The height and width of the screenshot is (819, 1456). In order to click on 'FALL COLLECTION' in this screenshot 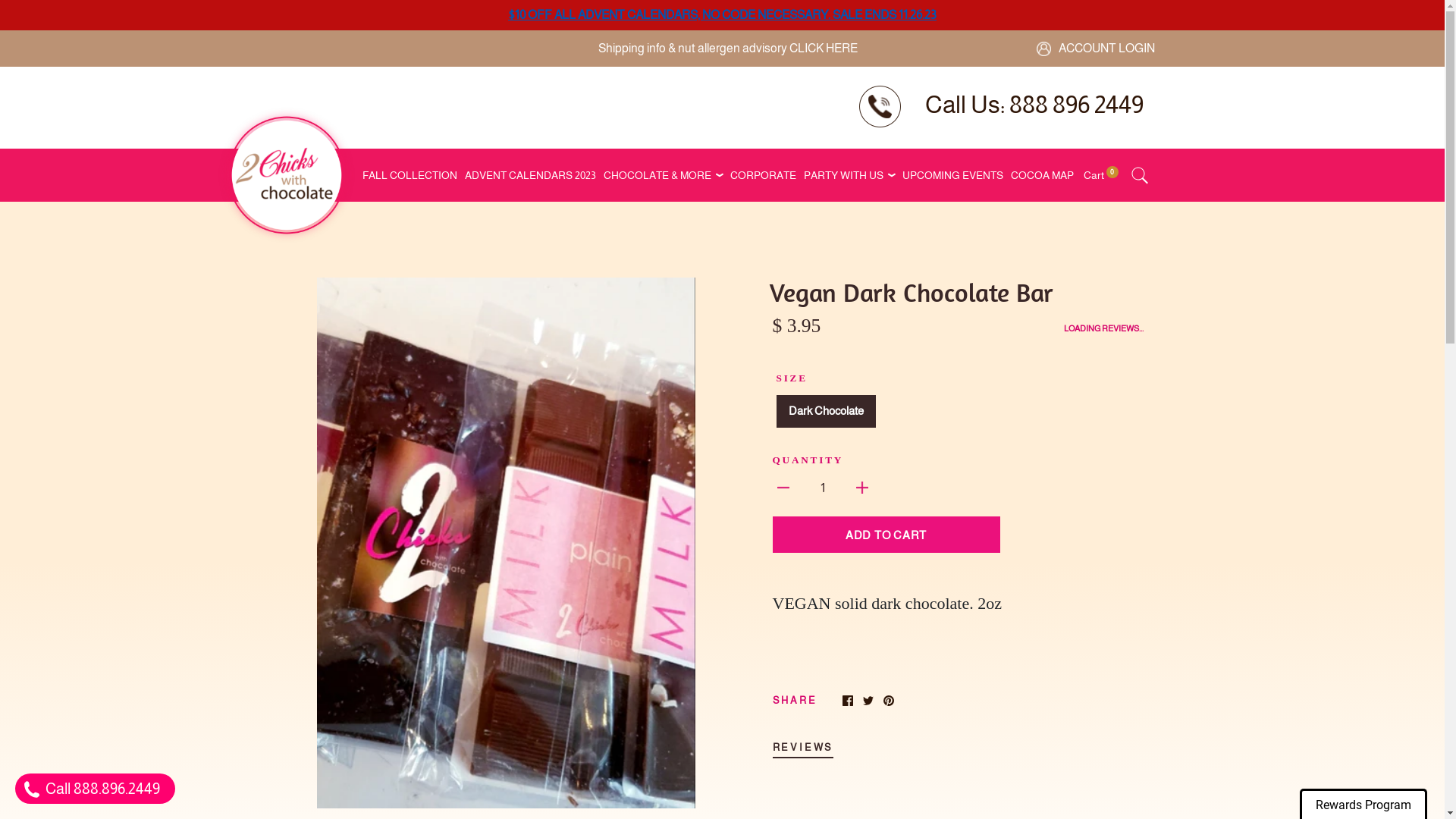, I will do `click(409, 174)`.